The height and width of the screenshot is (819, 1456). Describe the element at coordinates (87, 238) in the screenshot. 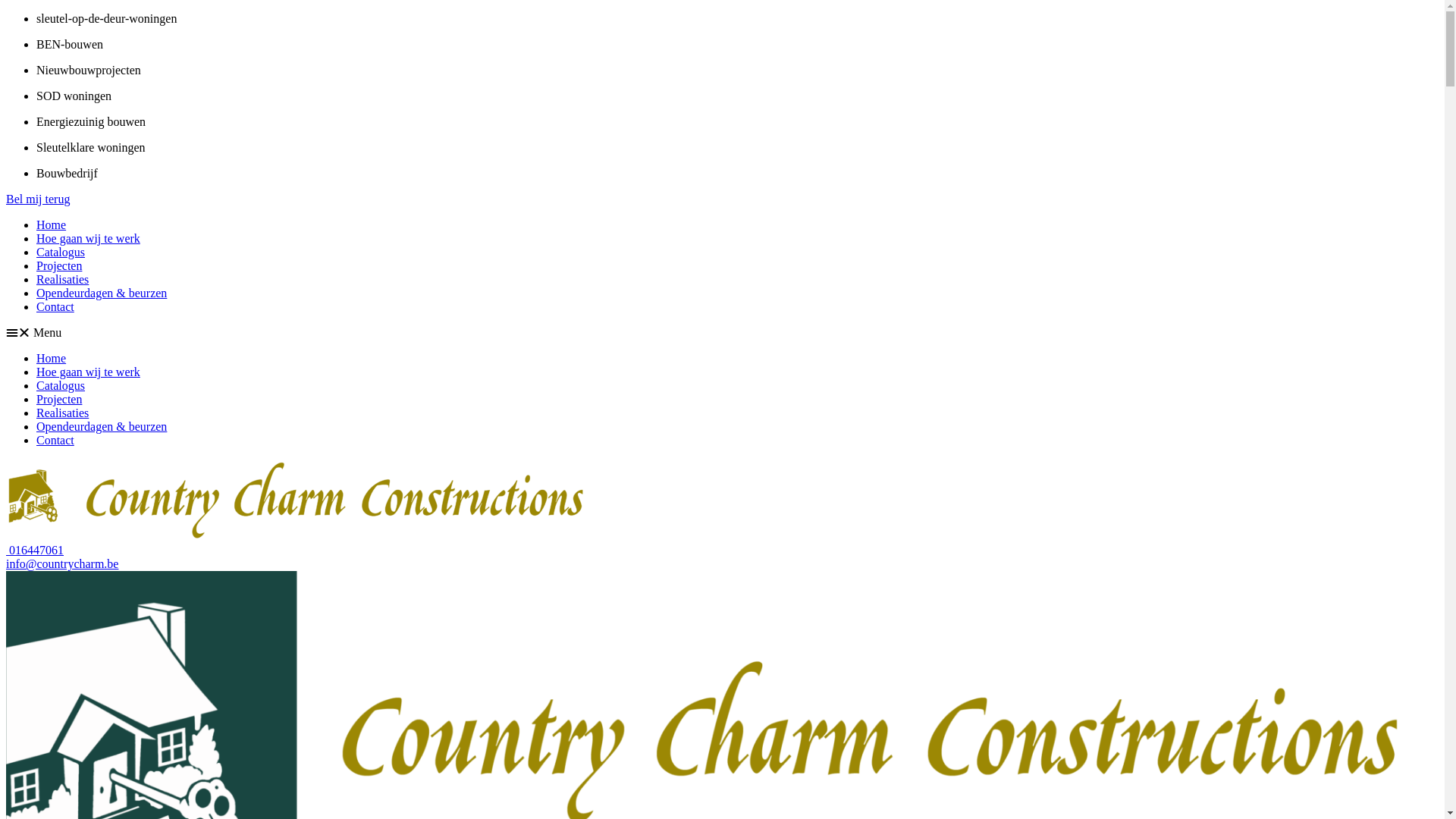

I see `'Hoe gaan wij te werk'` at that location.